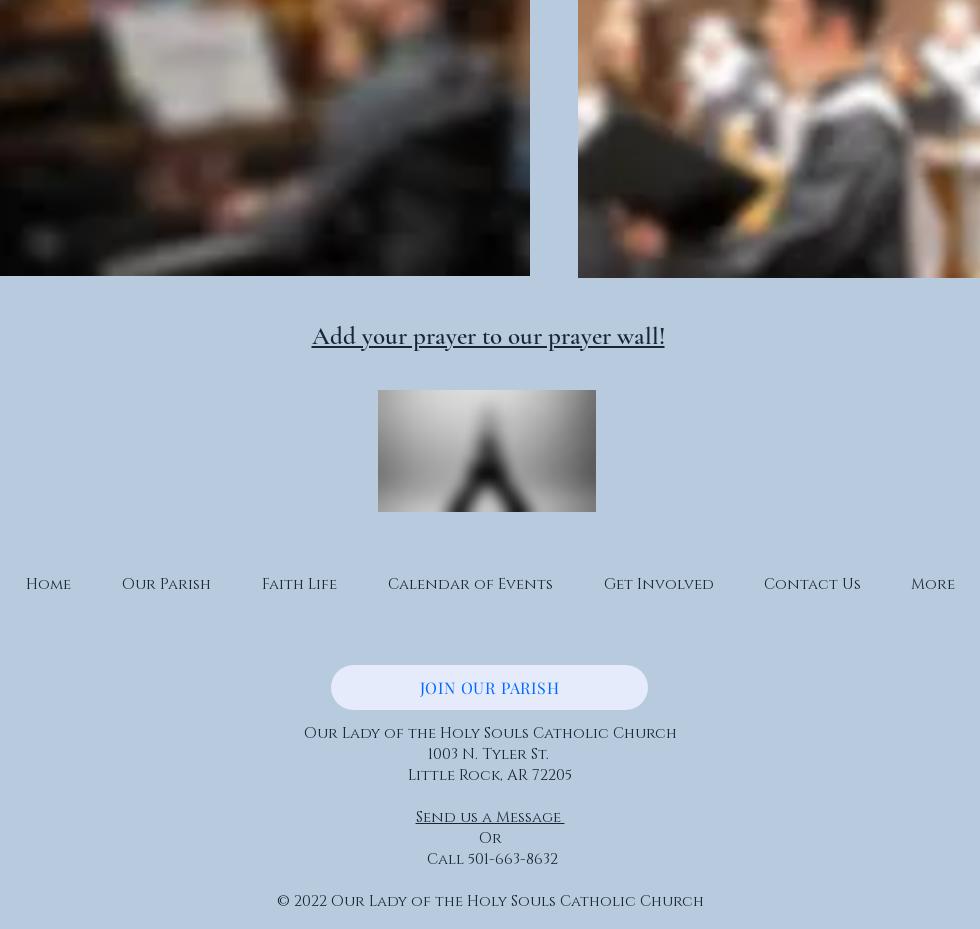  Describe the element at coordinates (812, 583) in the screenshot. I see `'Contact Us'` at that location.